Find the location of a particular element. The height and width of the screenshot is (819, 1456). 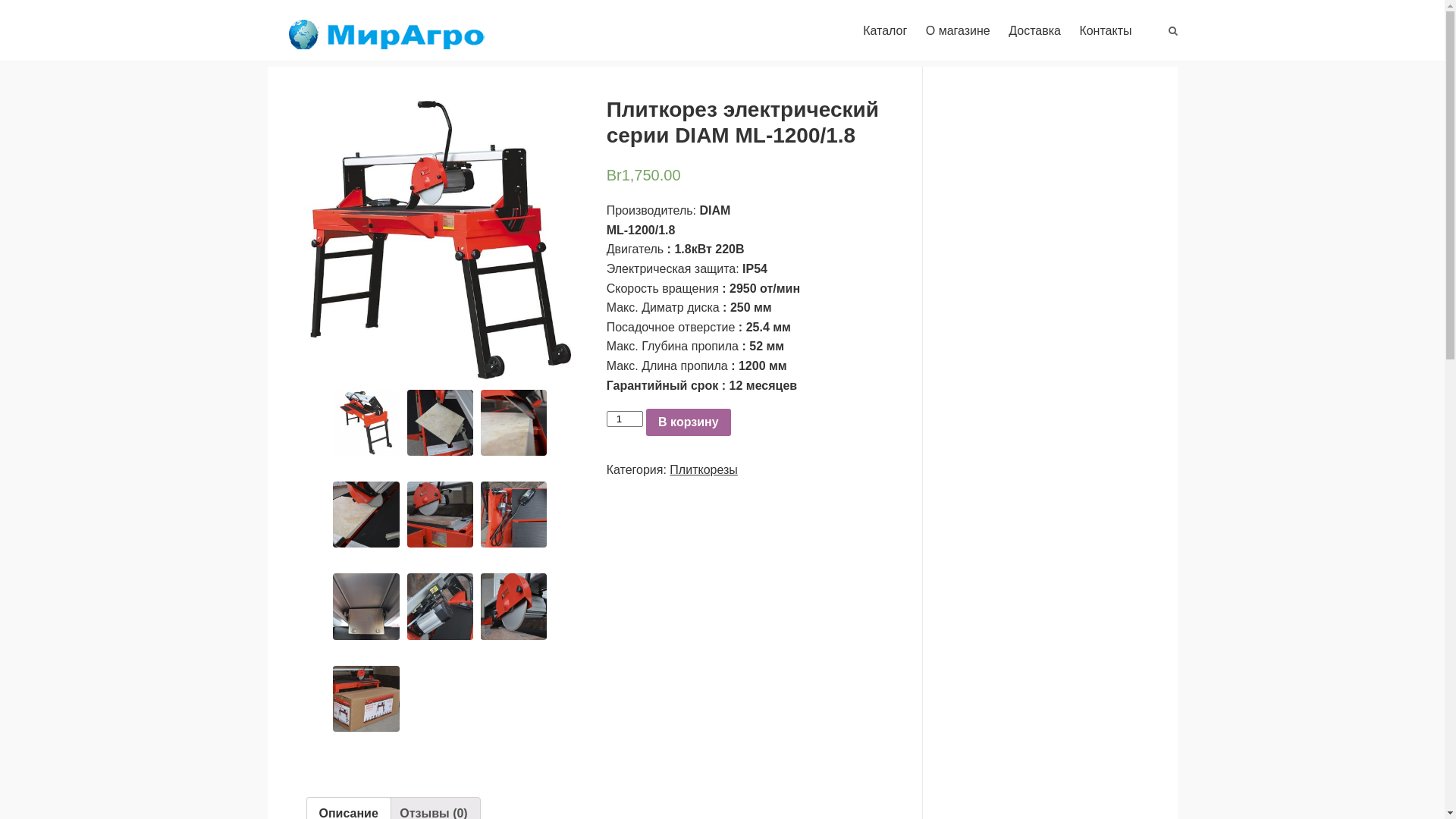

'ML-1200-min' is located at coordinates (439, 239).